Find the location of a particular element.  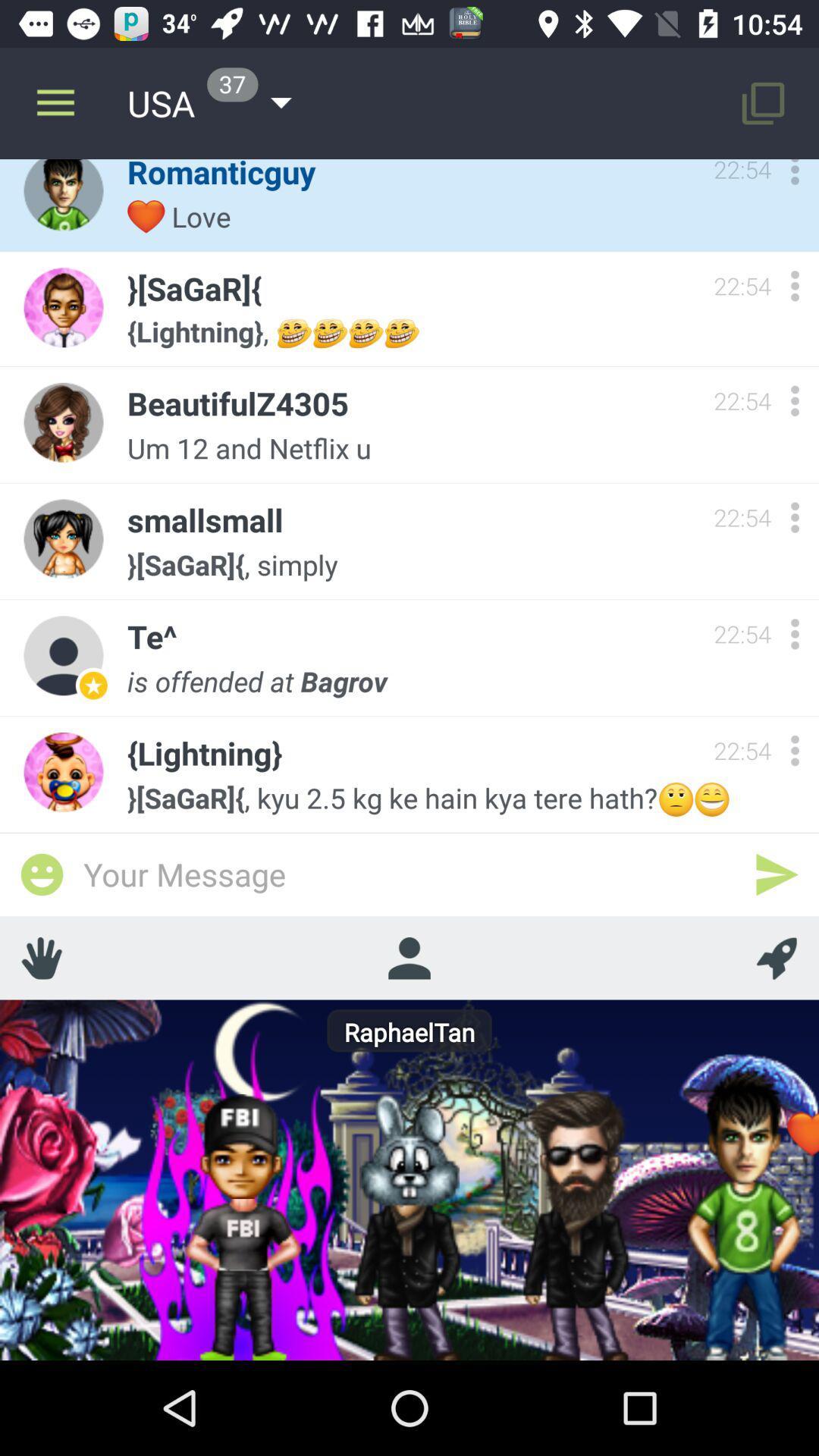

expand chat is located at coordinates (794, 286).